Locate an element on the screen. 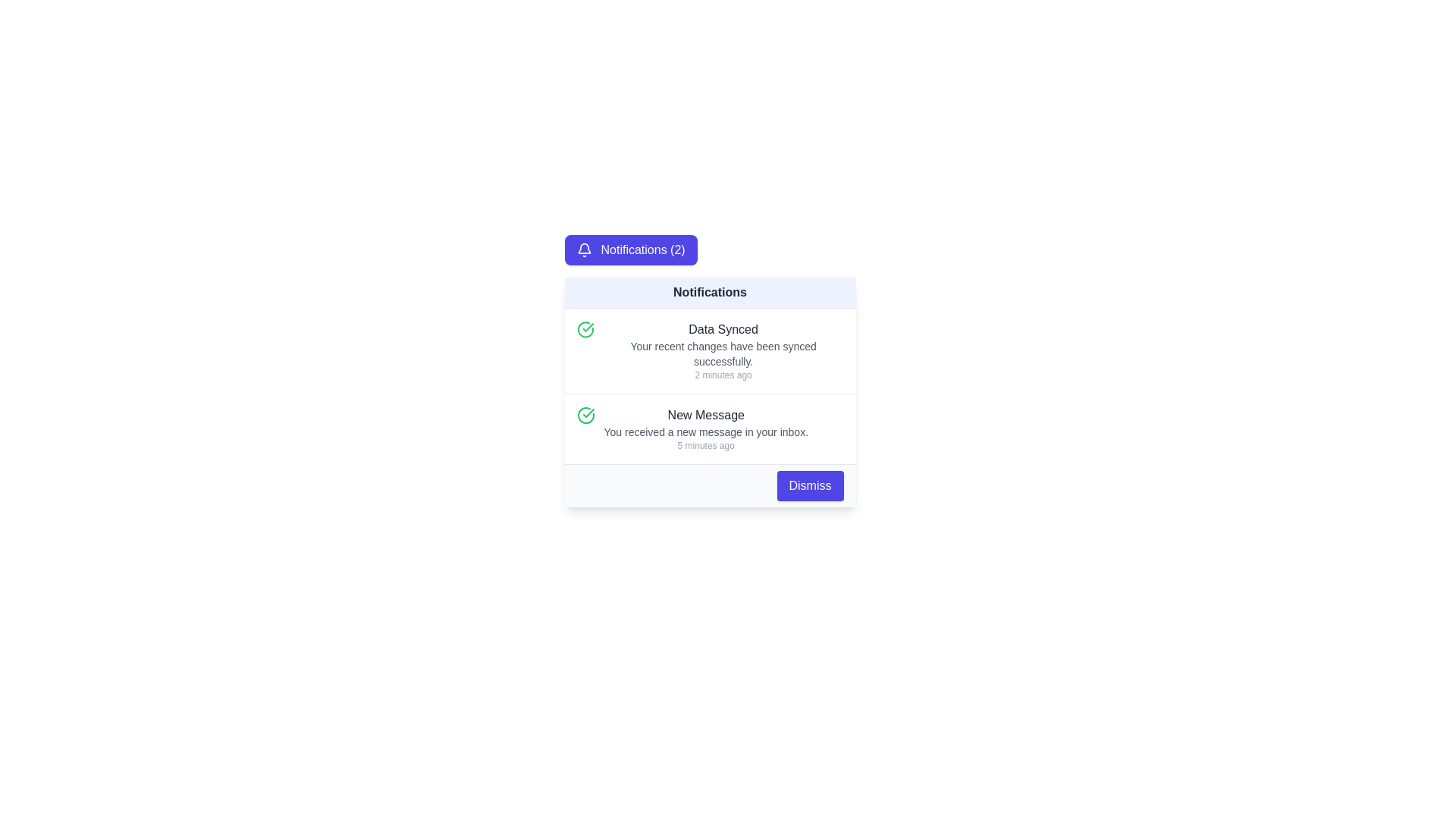 The height and width of the screenshot is (819, 1456). or dismiss the second notification item in the vertically stacked group of notifications, which informs the user about a new message received in their inbox is located at coordinates (709, 428).